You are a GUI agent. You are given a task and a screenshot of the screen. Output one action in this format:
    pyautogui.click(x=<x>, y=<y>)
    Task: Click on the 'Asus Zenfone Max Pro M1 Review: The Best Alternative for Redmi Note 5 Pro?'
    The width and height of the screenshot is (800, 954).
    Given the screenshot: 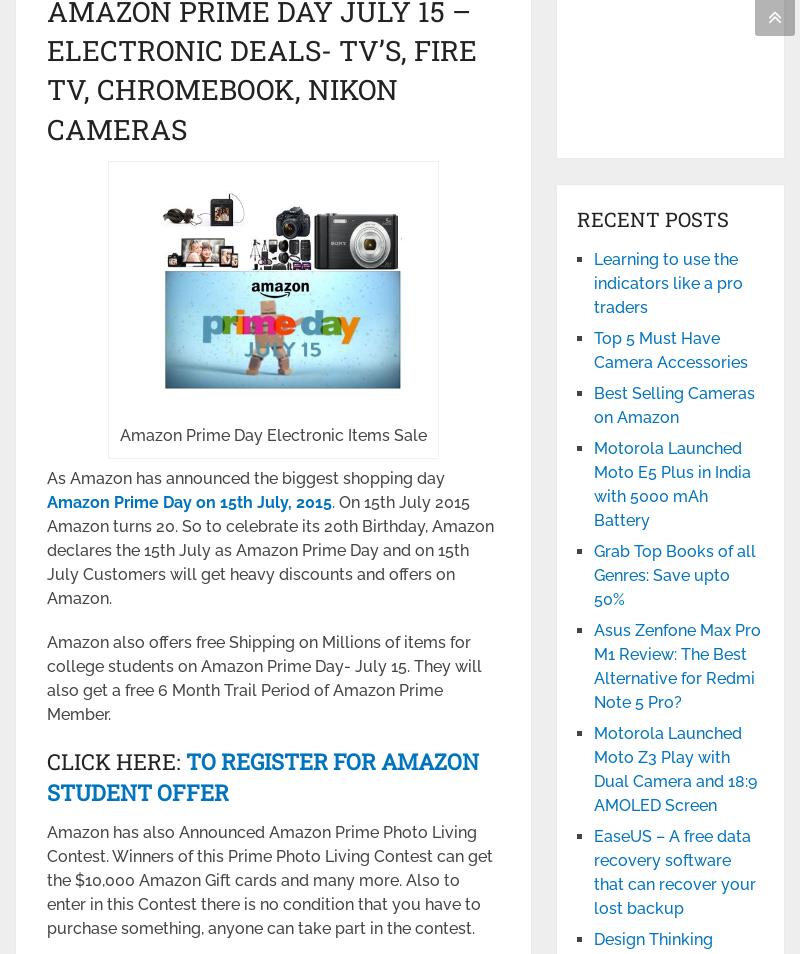 What is the action you would take?
    pyautogui.click(x=677, y=664)
    